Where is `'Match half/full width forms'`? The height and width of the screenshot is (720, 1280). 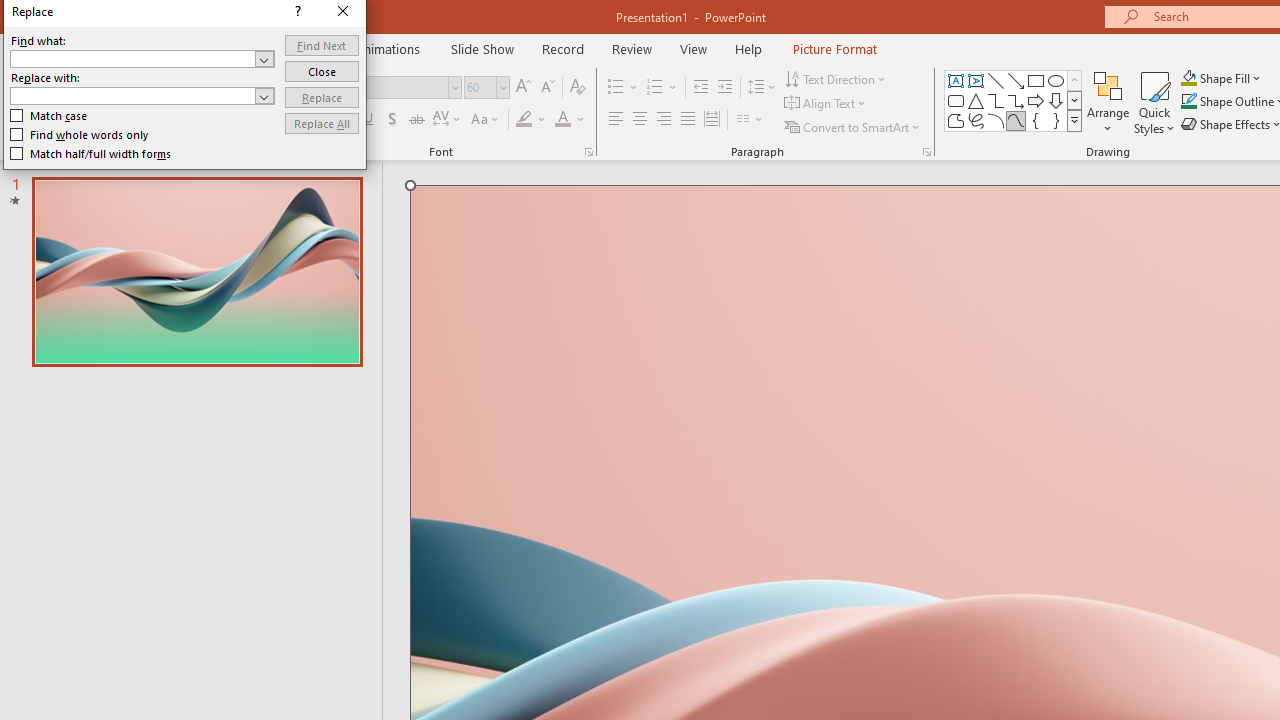
'Match half/full width forms' is located at coordinates (90, 153).